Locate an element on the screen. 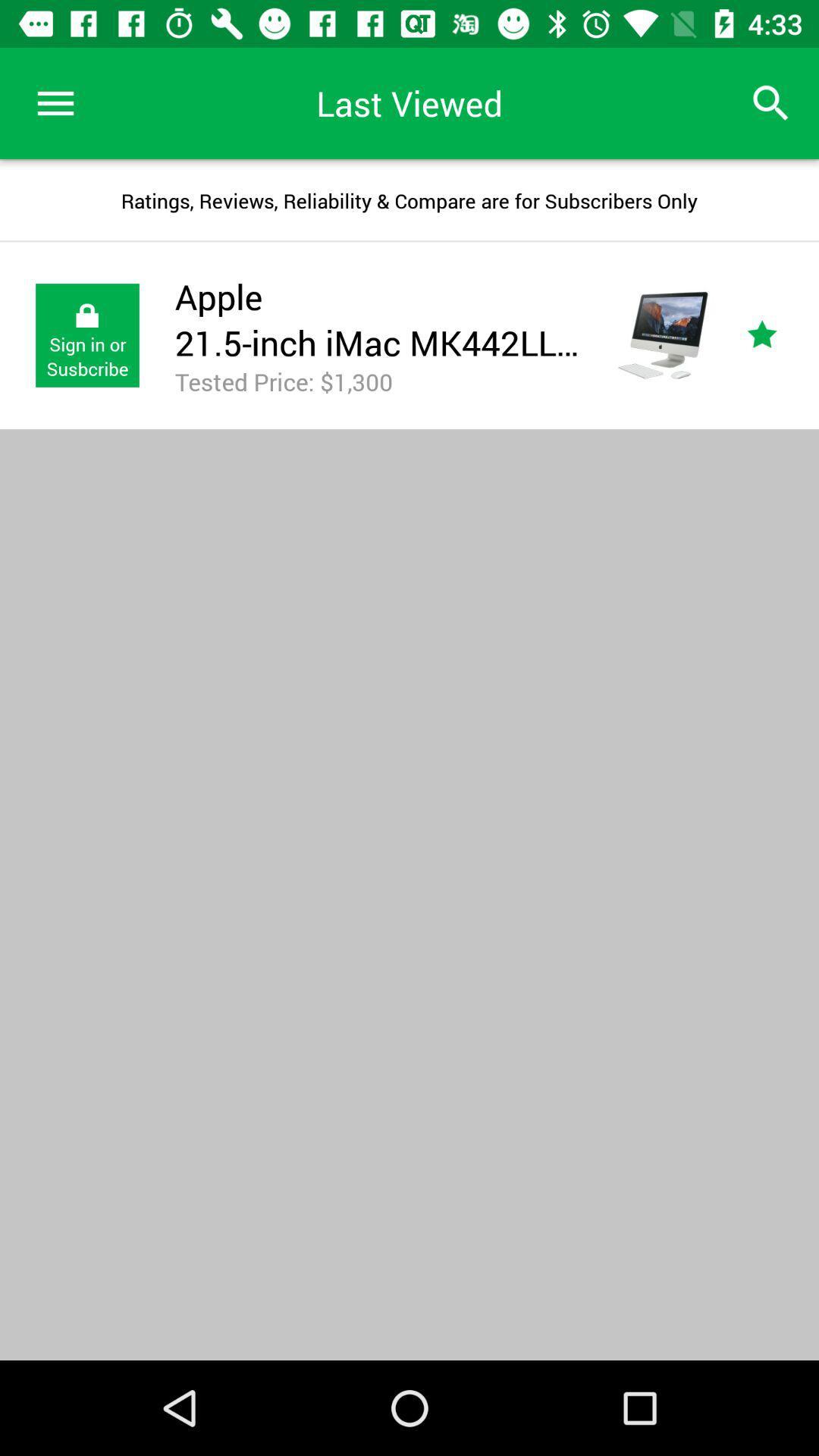  the icon next to last viewed item is located at coordinates (771, 102).